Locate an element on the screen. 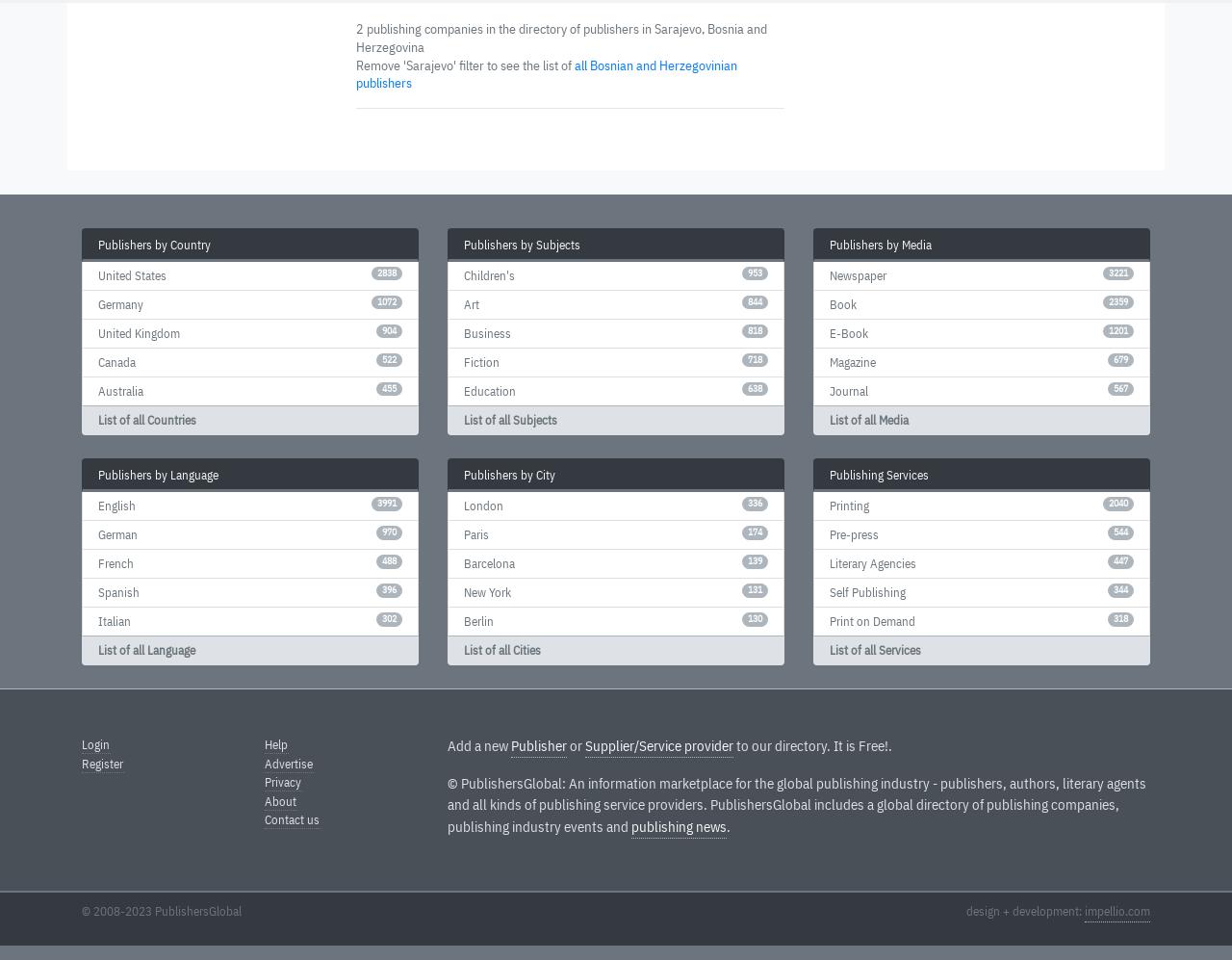  'List of all Countries' is located at coordinates (145, 418).